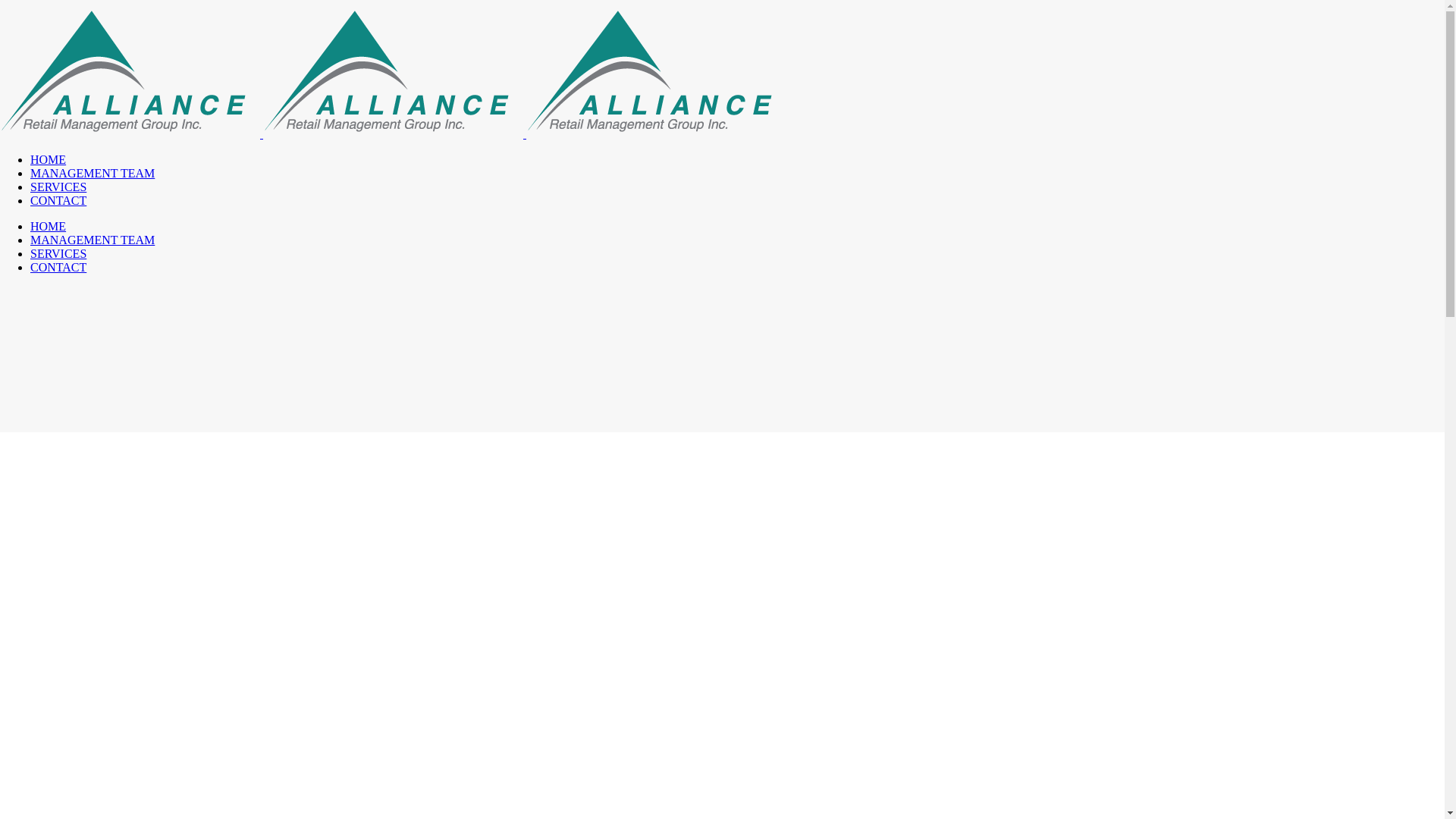  I want to click on 'CONTACT', so click(58, 199).